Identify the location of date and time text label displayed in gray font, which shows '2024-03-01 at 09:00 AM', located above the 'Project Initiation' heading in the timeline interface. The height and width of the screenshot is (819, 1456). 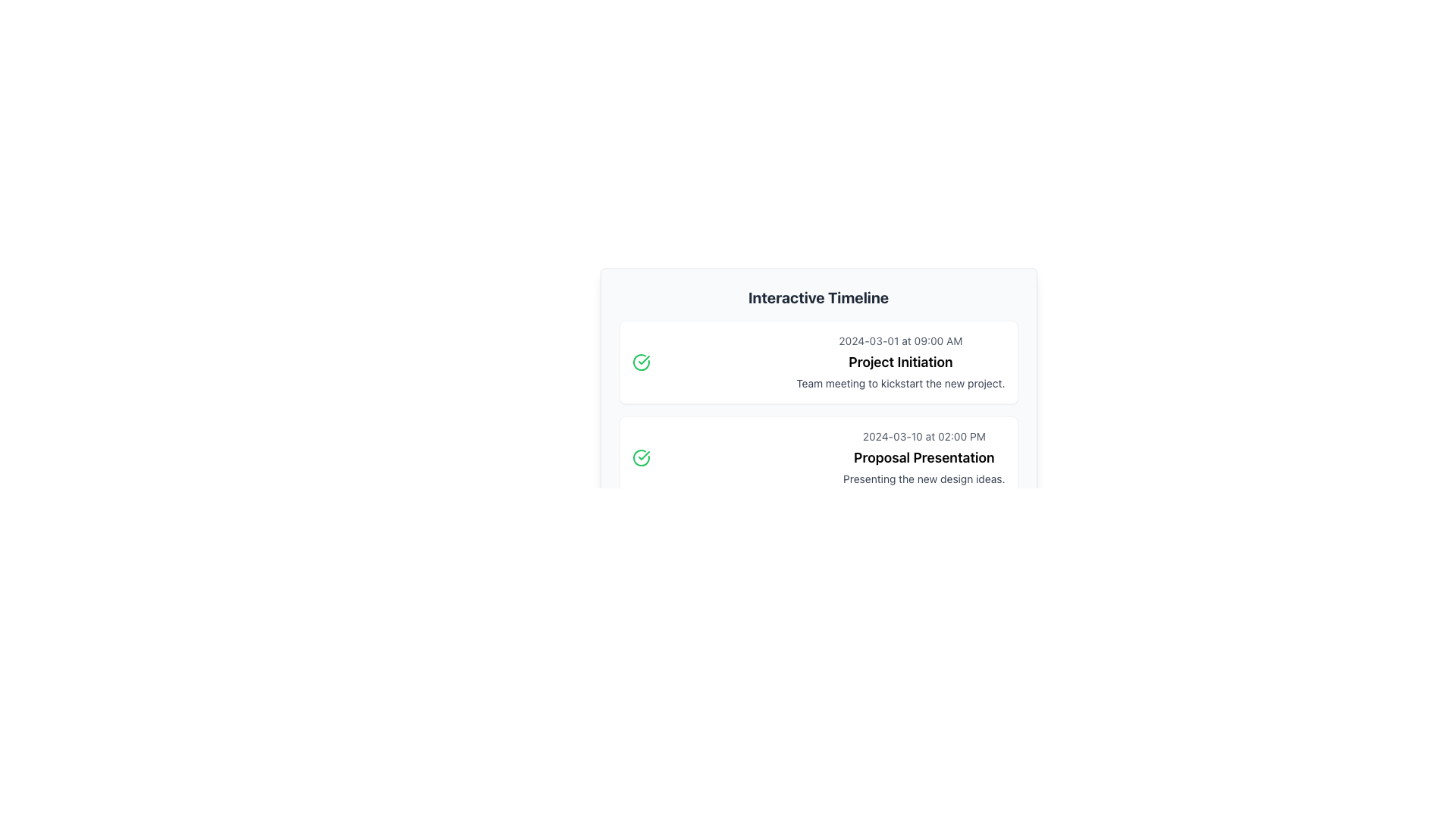
(900, 341).